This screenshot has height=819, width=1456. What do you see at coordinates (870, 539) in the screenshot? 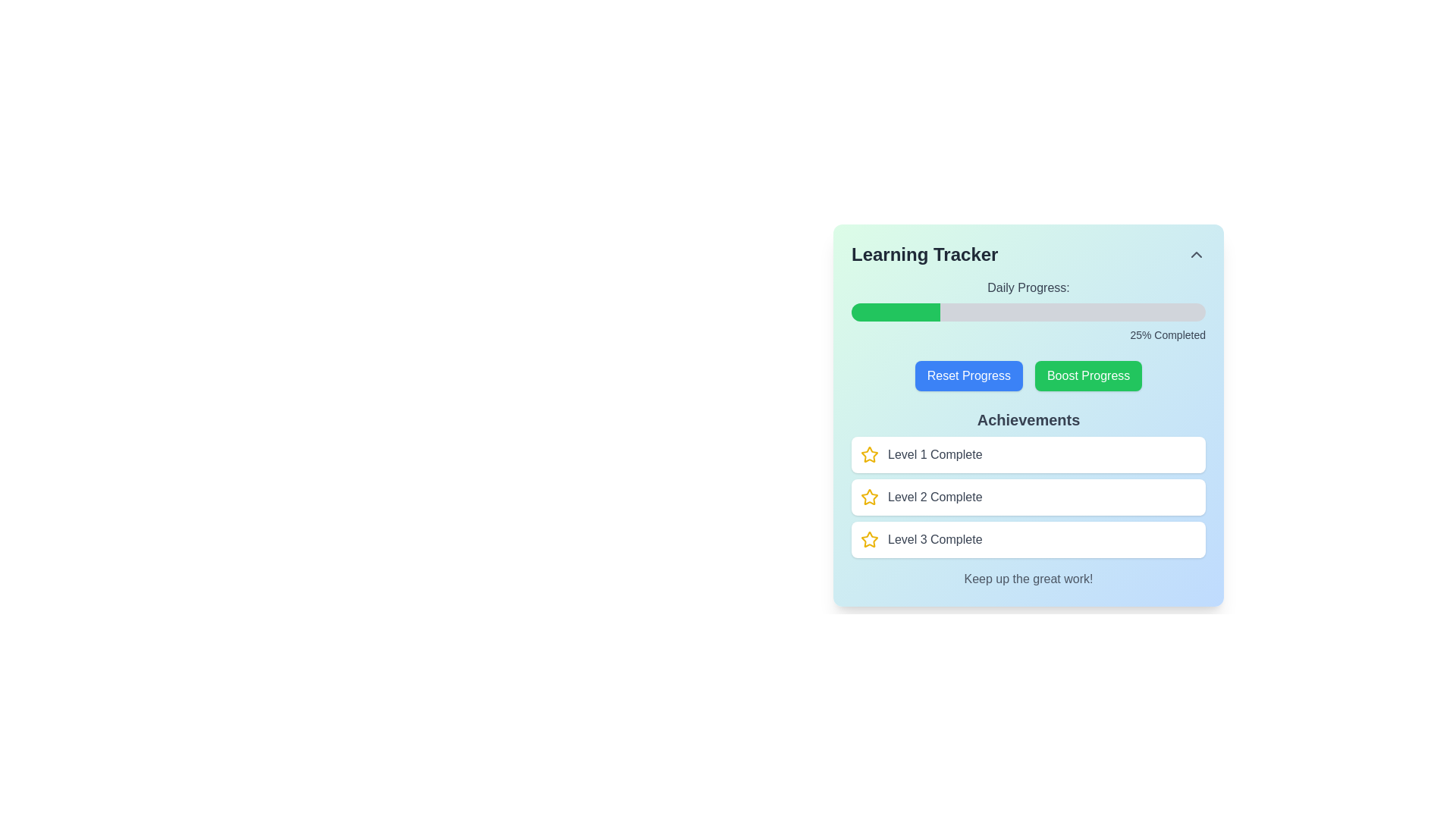
I see `the stylized star icon outlined in yellow, which is located on the left side of the 'Level 3 Complete' card` at bounding box center [870, 539].